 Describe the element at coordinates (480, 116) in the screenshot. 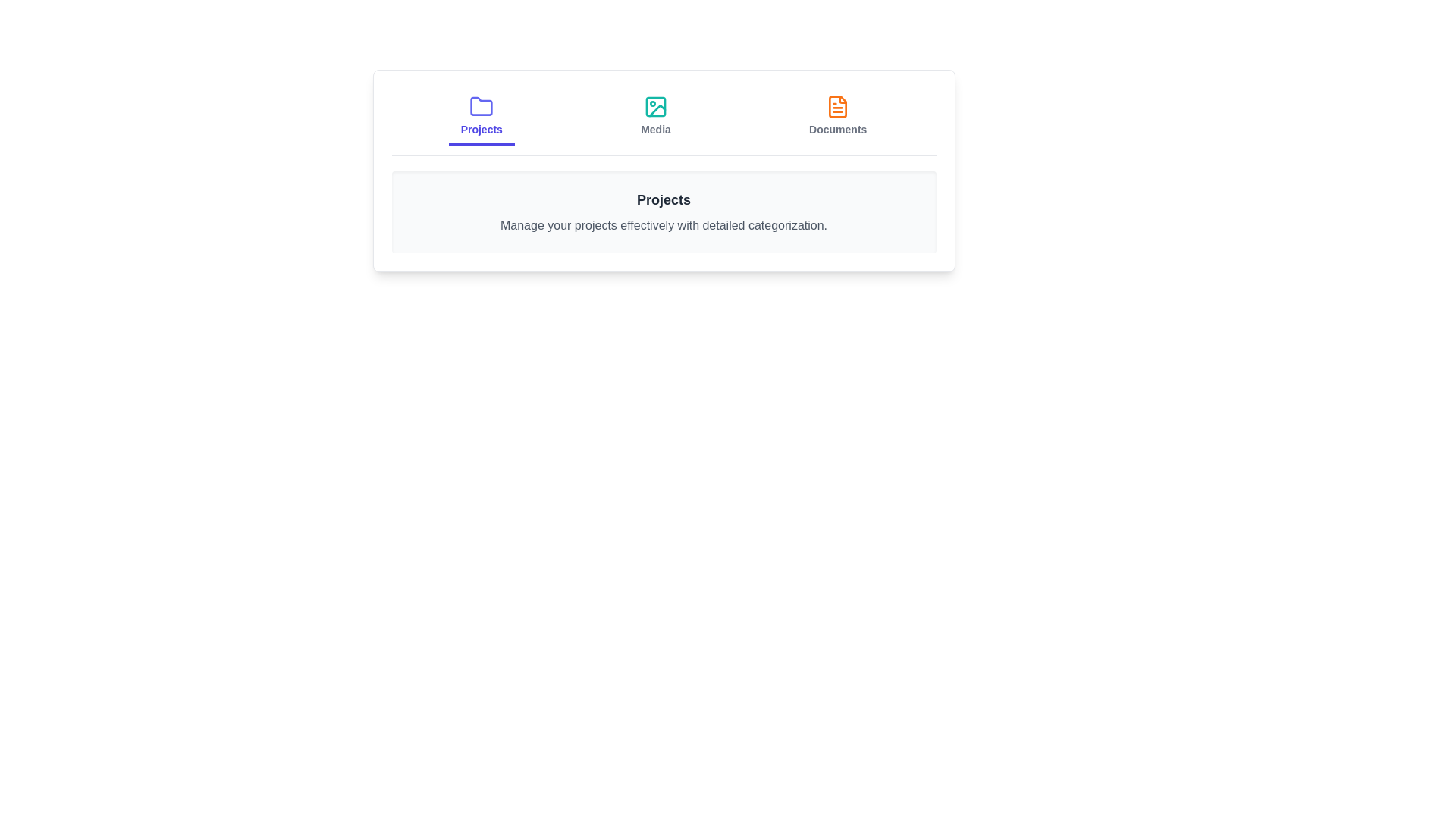

I see `the Projects tab by clicking on it` at that location.